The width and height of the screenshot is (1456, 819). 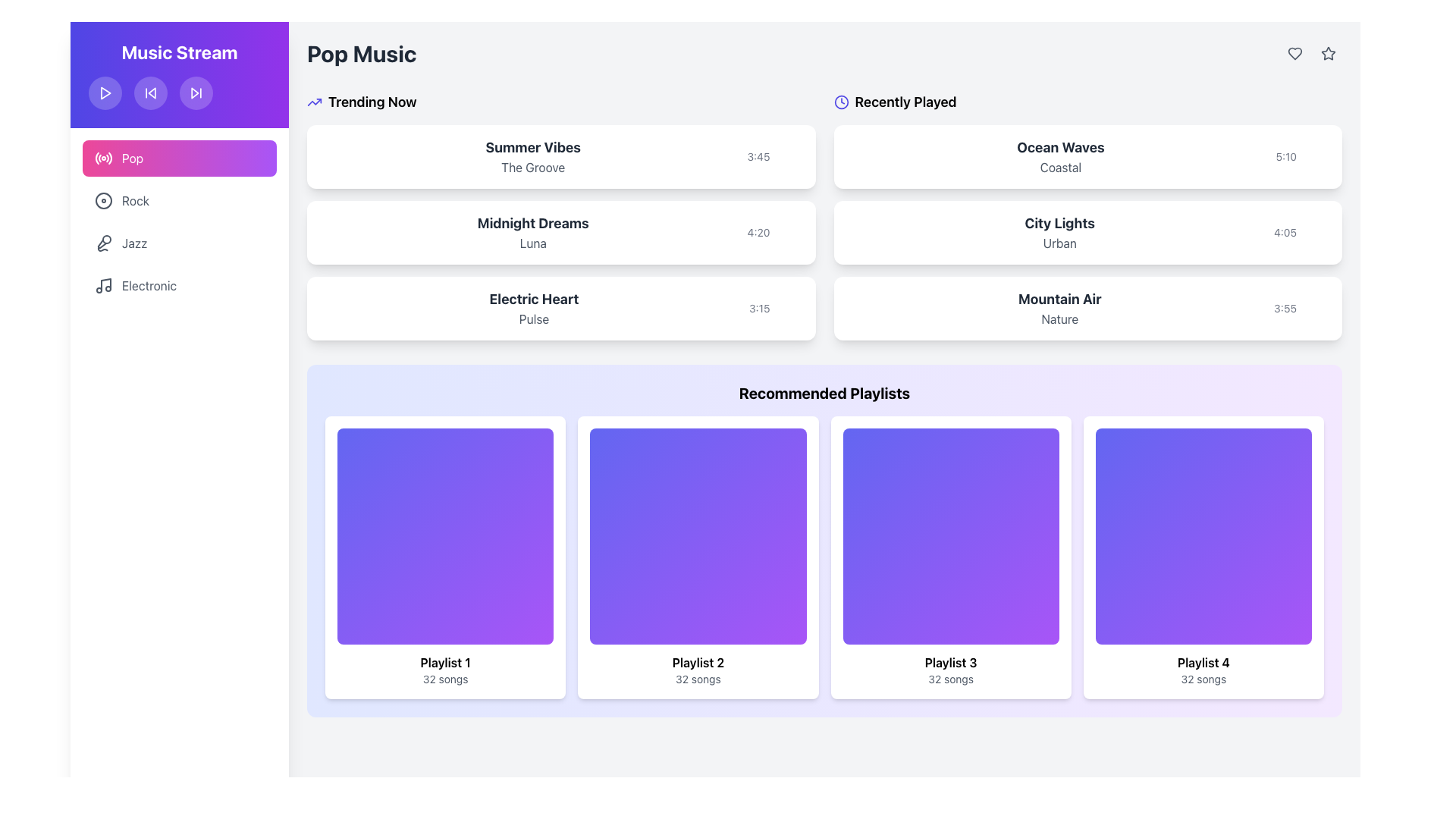 What do you see at coordinates (1059, 299) in the screenshot?
I see `the text label displaying the title of a recently played track or album located in the 'Recently Played' section of the interface` at bounding box center [1059, 299].